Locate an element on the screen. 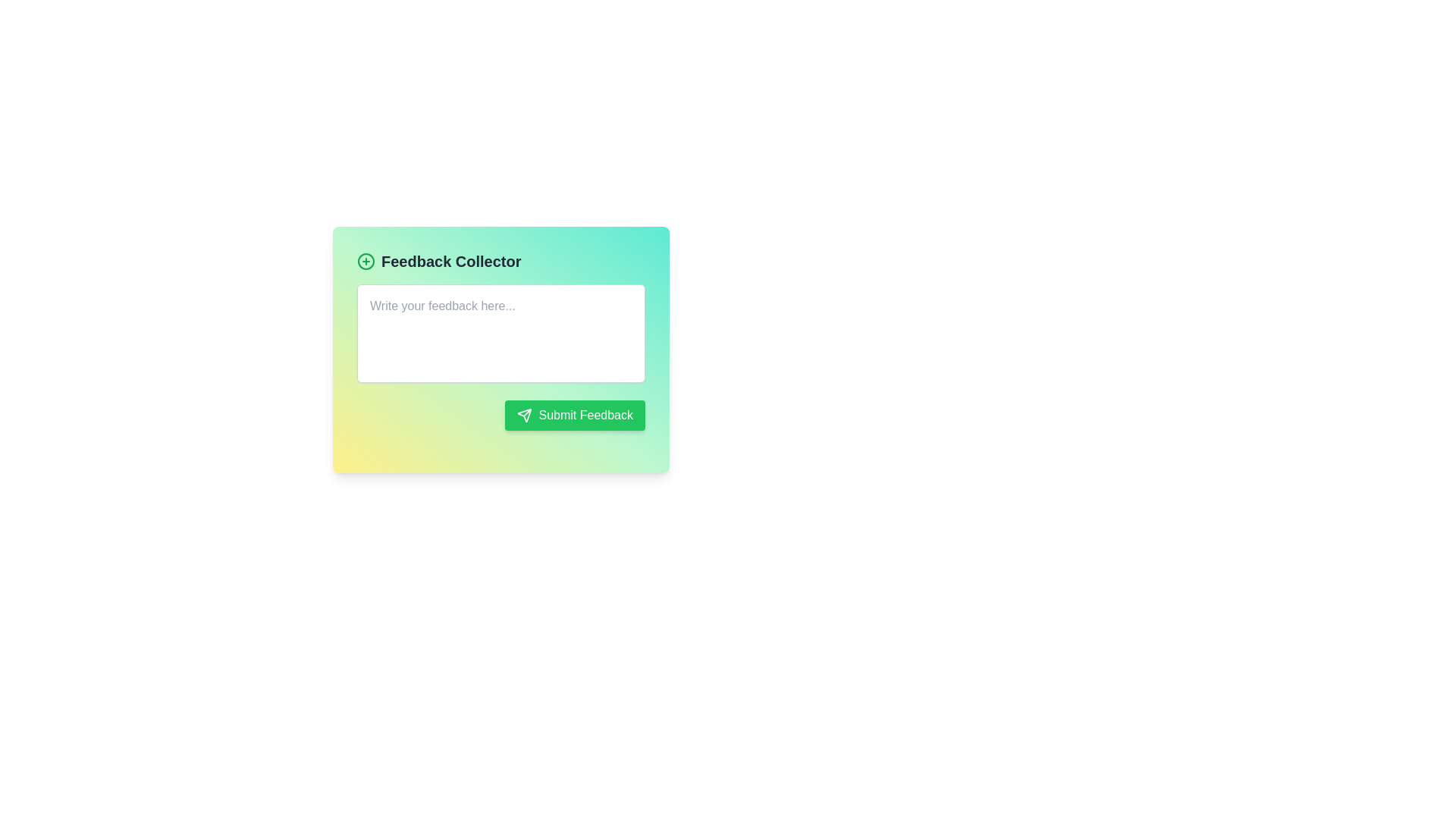  the outer circular part of the addition icon located at the top-left corner inside the 'Feedback Collector' area is located at coordinates (366, 260).